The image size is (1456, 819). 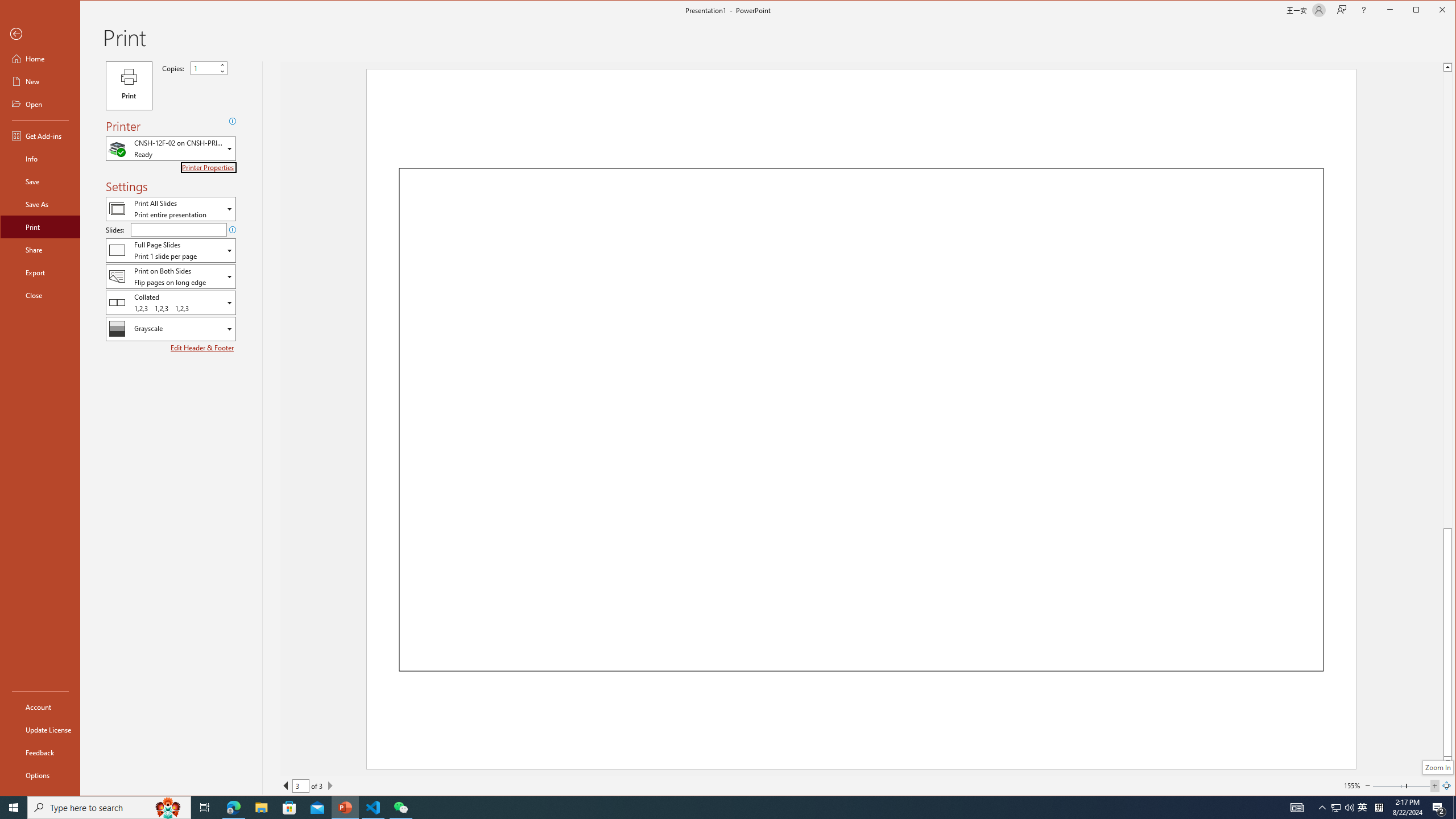 What do you see at coordinates (1388, 785) in the screenshot?
I see `'Page left'` at bounding box center [1388, 785].